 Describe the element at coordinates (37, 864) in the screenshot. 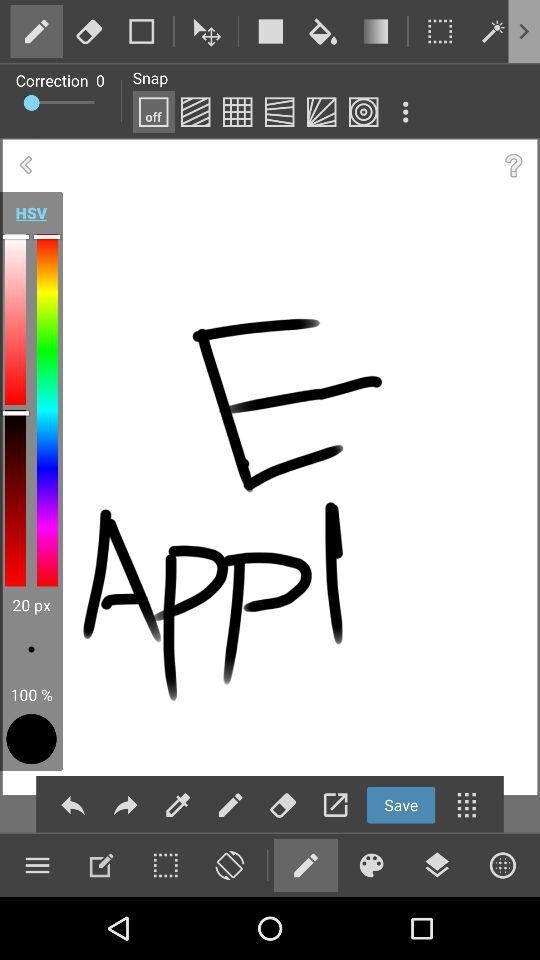

I see `the menu icon` at that location.